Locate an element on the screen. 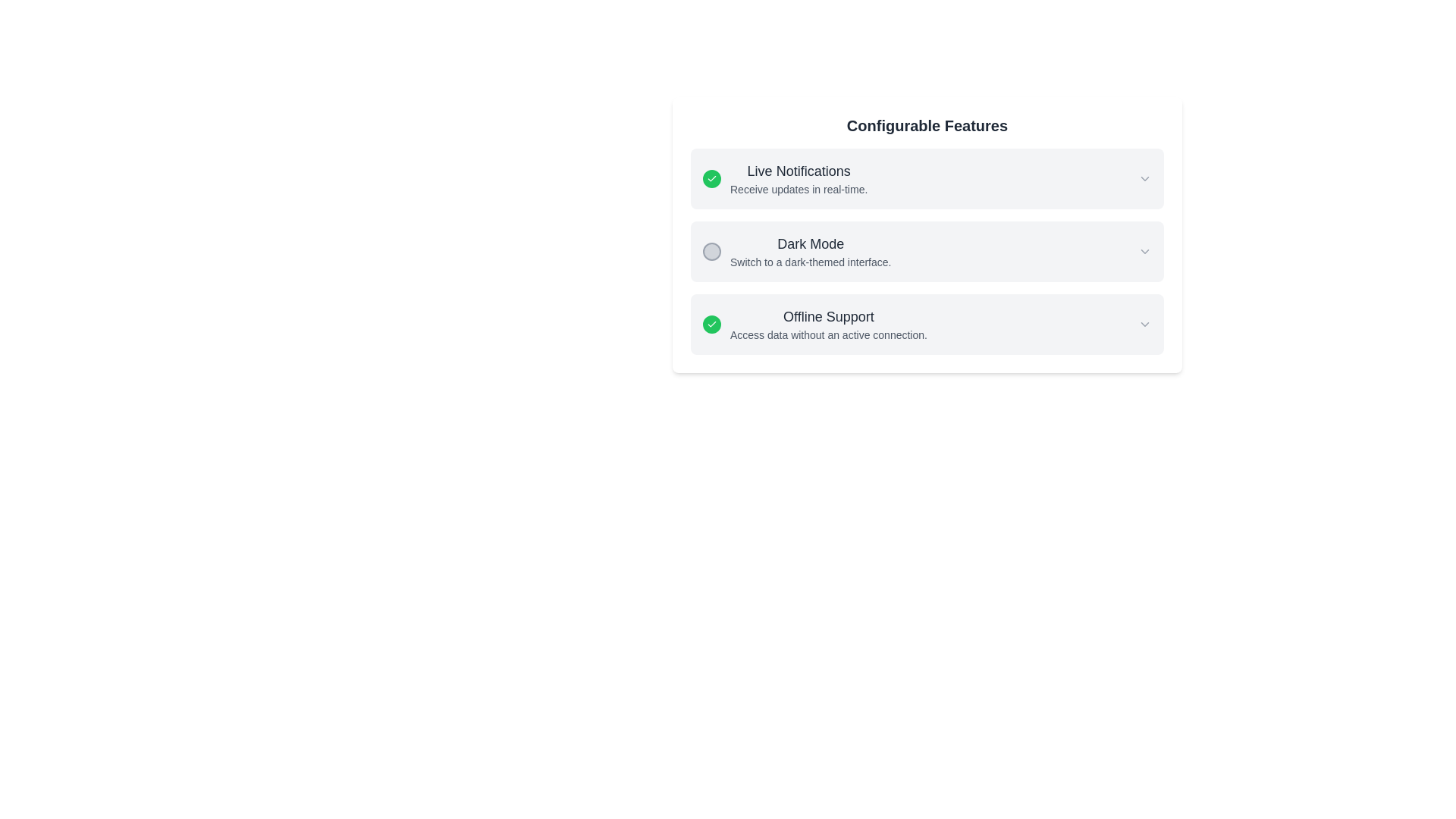 Image resolution: width=1456 pixels, height=819 pixels. the static text element styled as a heading that reads 'Live Notifications' to trigger additional styling effects is located at coordinates (798, 171).